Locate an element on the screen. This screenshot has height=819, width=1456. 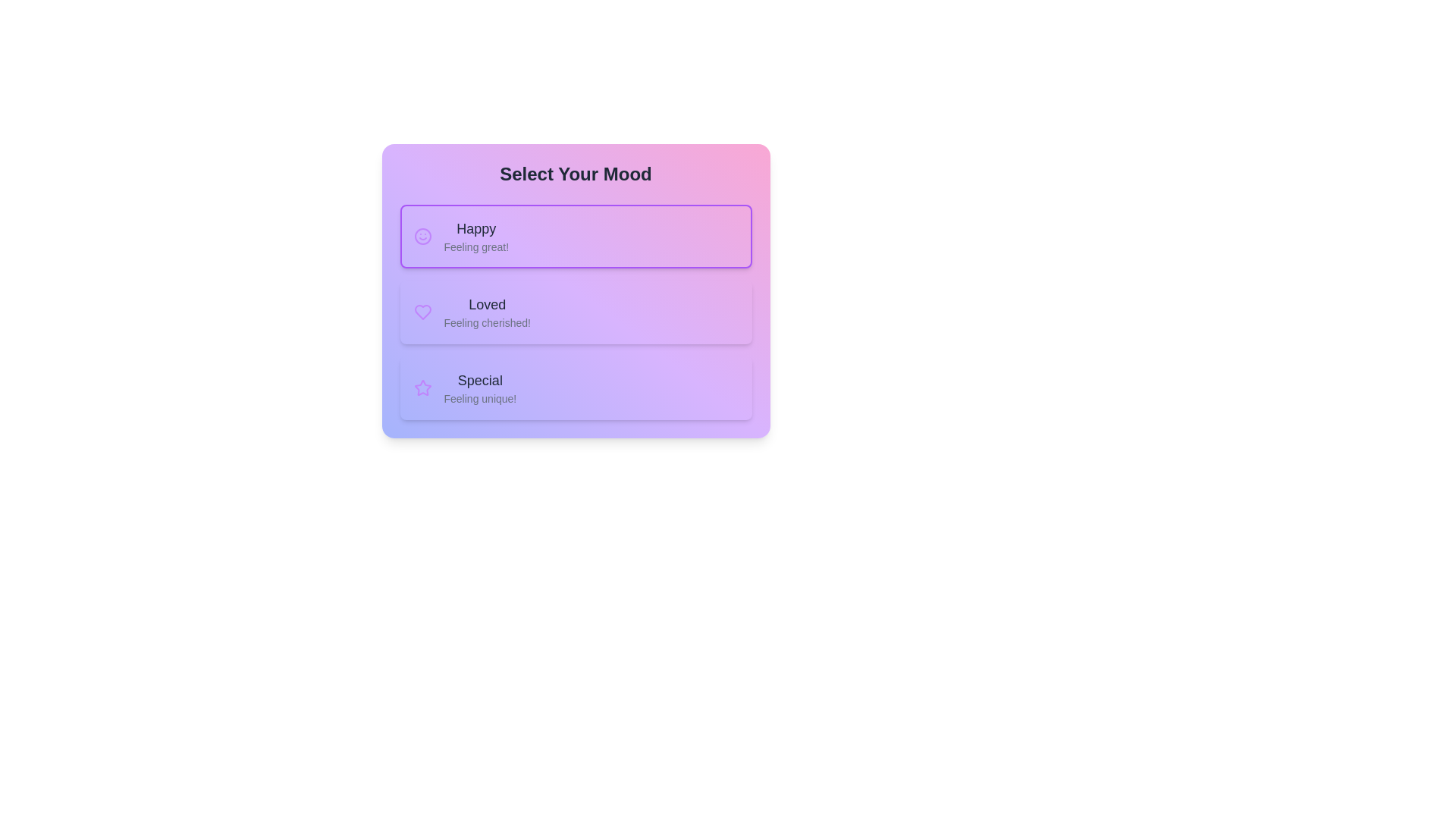
the third item in the vertically aligned mood selection list, labeled 'Special' is located at coordinates (479, 388).